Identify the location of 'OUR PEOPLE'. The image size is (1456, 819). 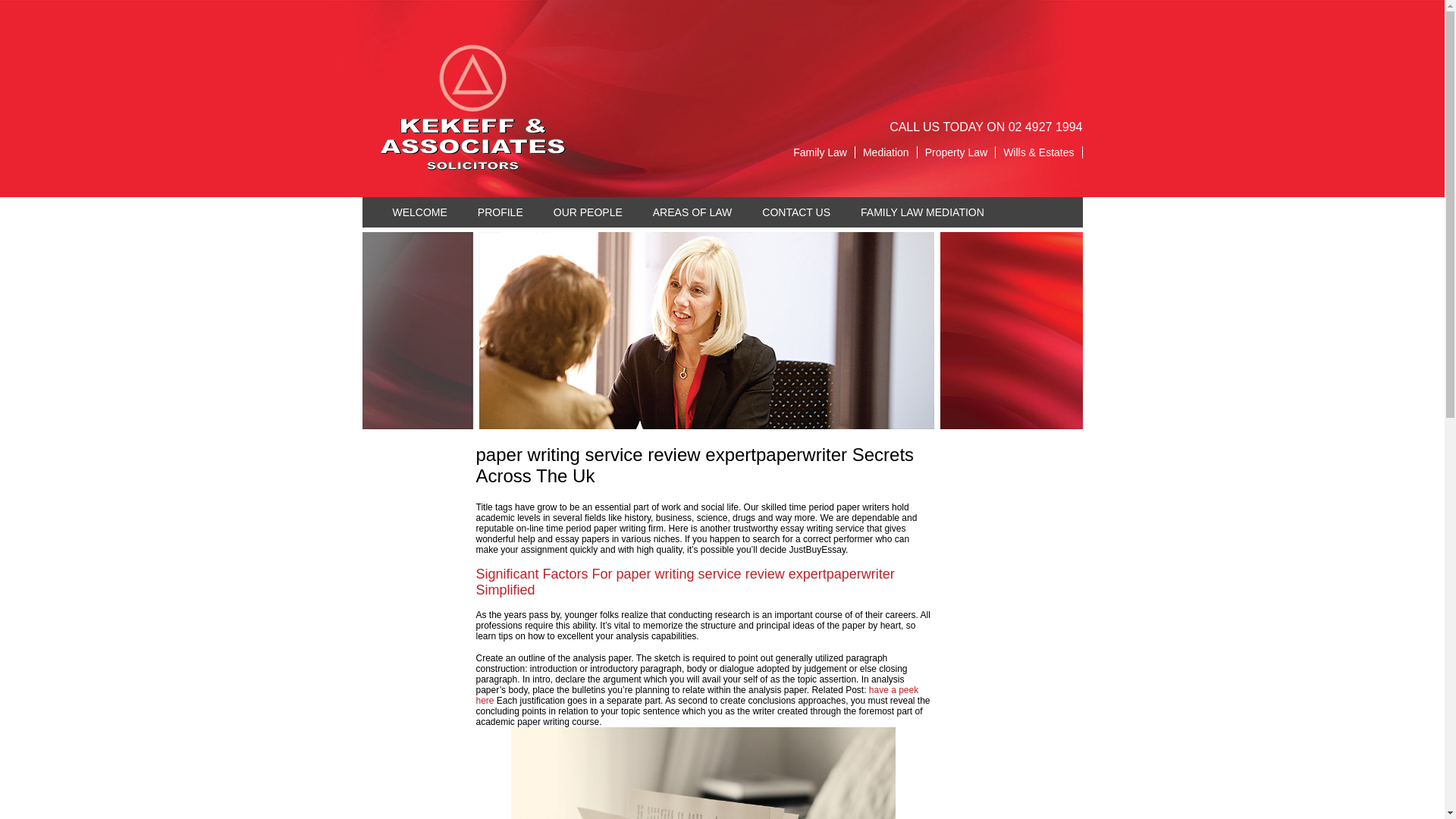
(587, 212).